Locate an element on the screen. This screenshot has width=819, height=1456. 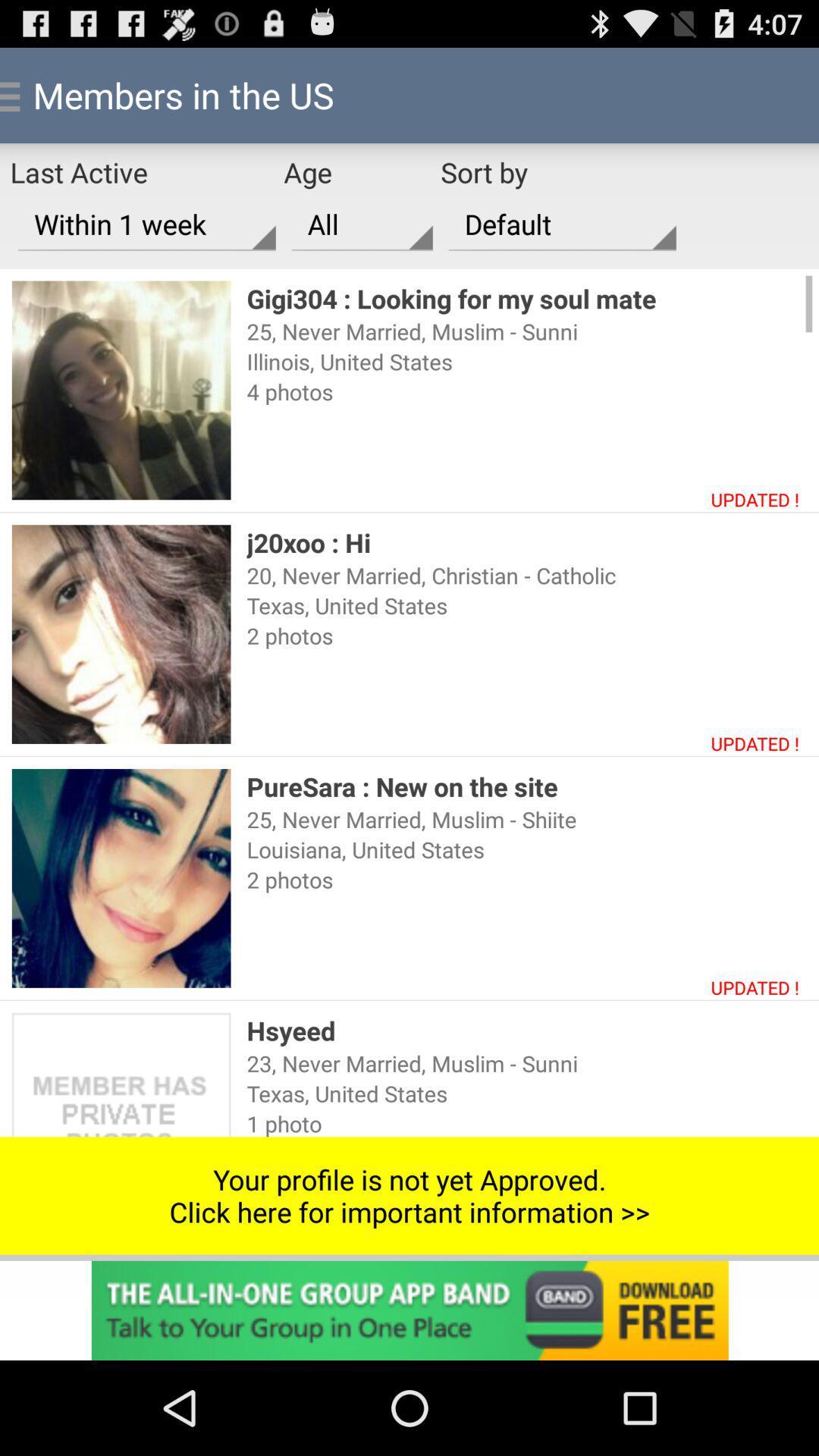
advatisment is located at coordinates (409, 1310).